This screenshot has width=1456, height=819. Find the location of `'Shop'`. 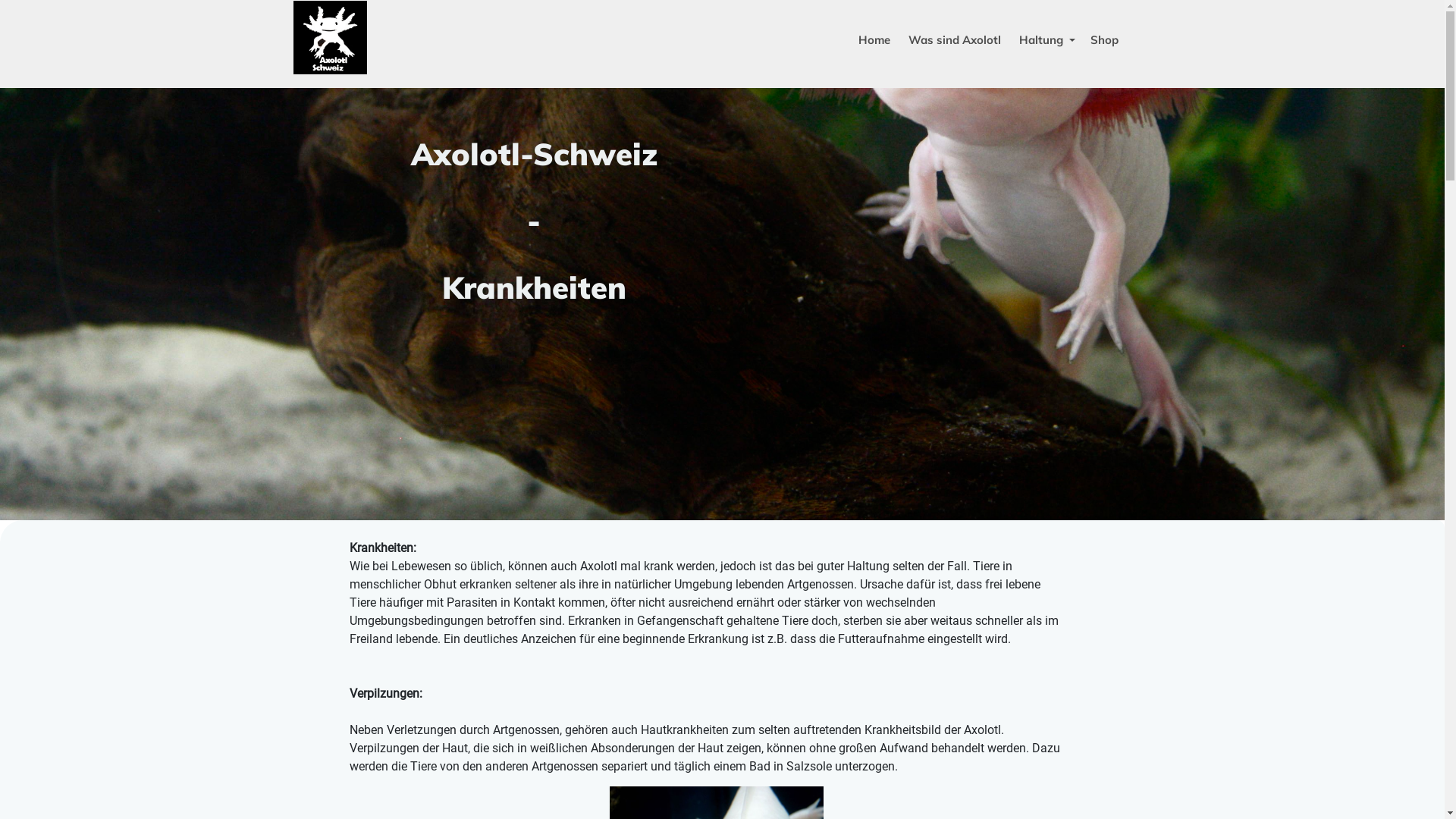

'Shop' is located at coordinates (1080, 39).